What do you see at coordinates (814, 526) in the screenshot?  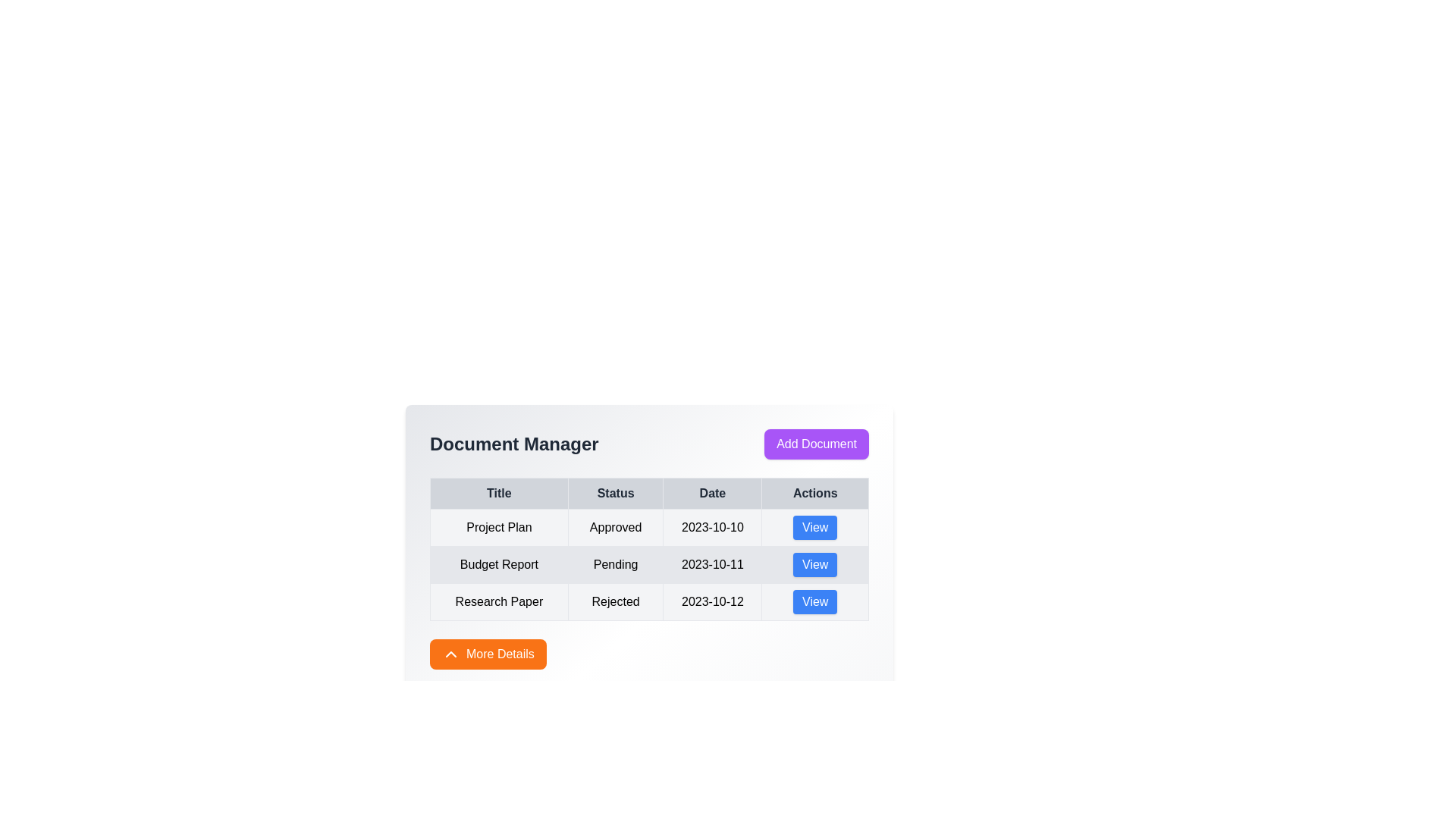 I see `the 'Actions' button in the first row of the table associated with the 'Project Plan' entry` at bounding box center [814, 526].